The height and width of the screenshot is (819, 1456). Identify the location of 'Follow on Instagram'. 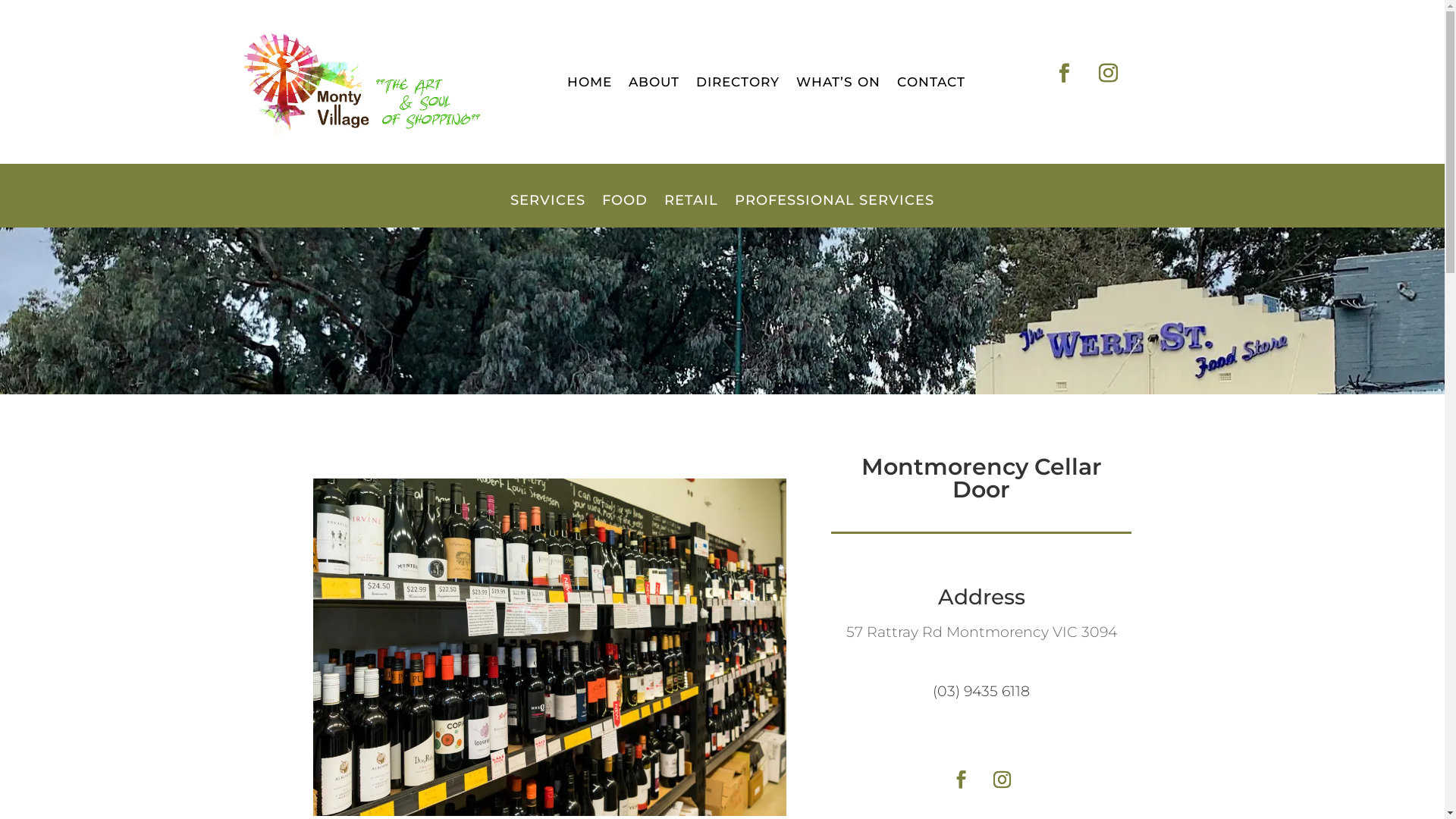
(1107, 73).